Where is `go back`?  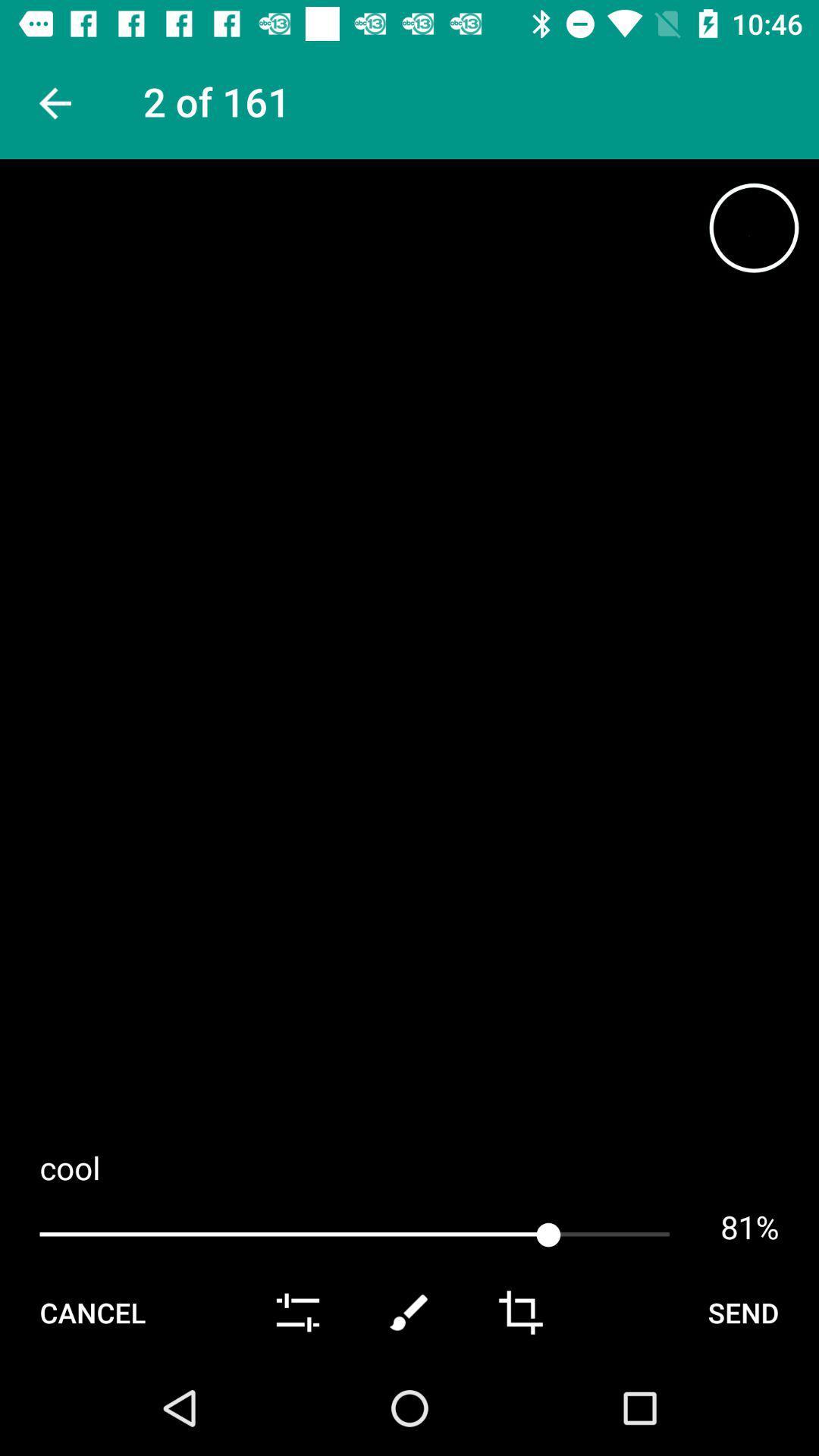 go back is located at coordinates (52, 102).